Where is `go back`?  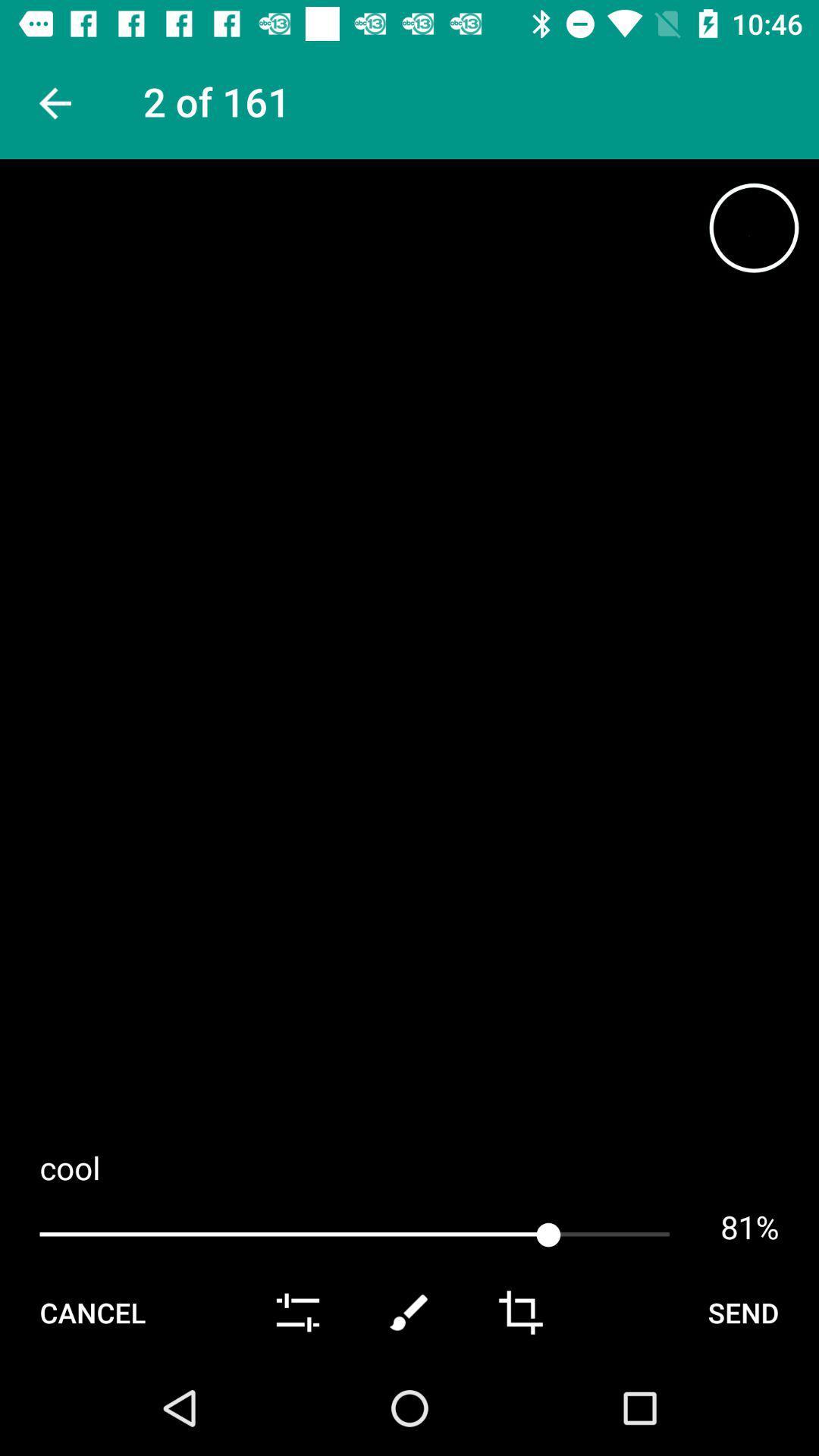 go back is located at coordinates (52, 102).